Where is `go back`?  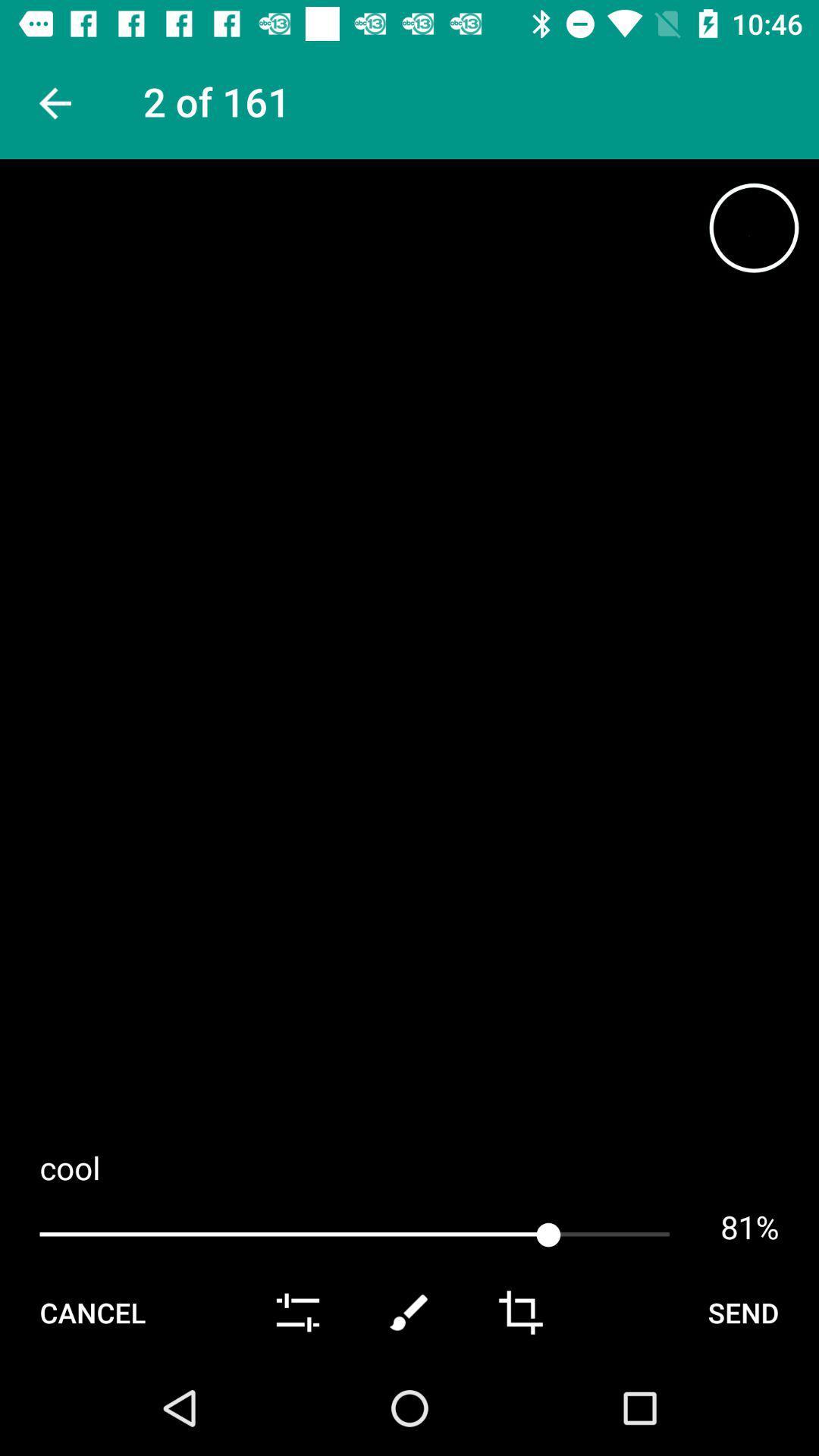 go back is located at coordinates (52, 102).